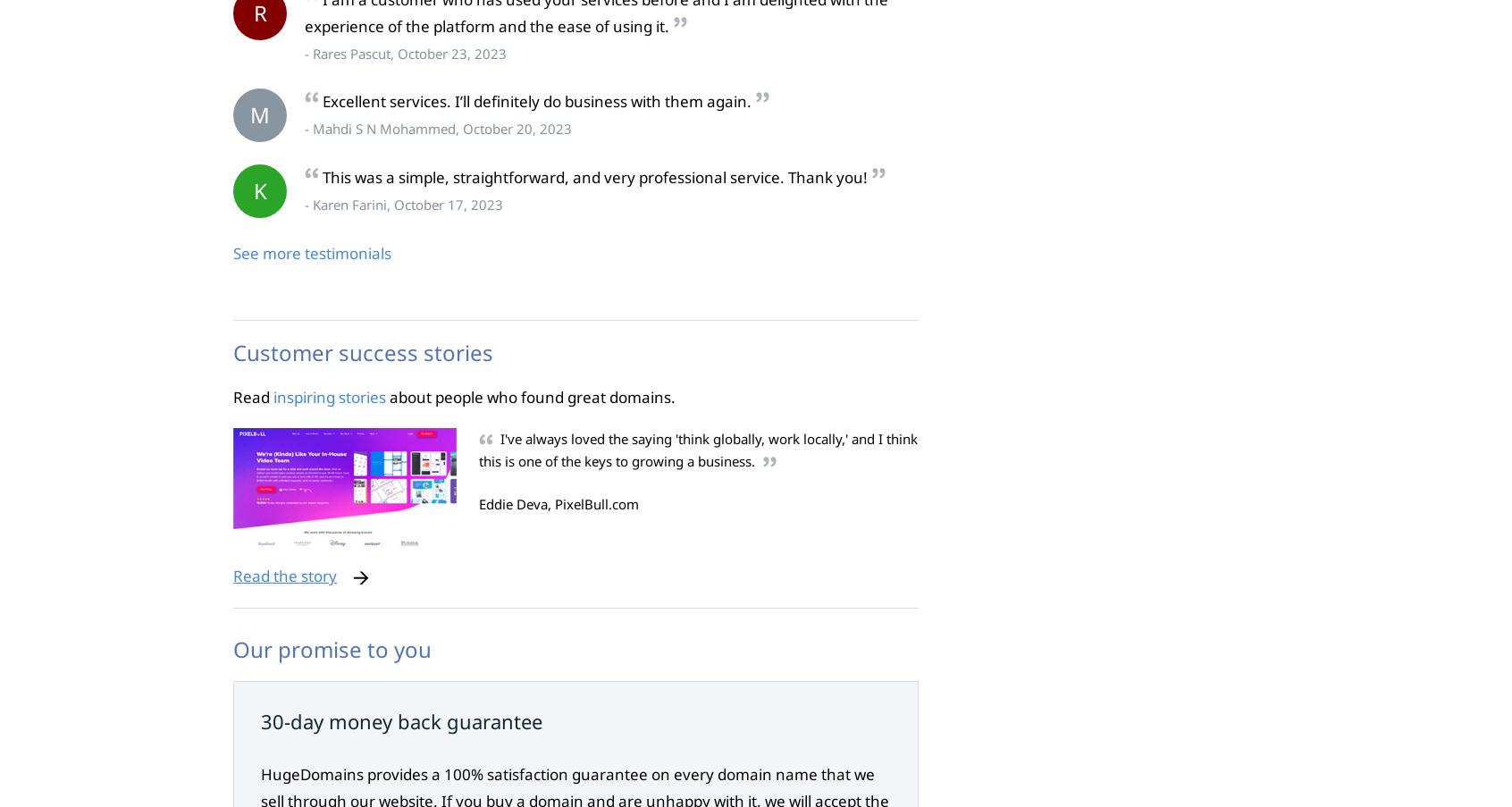  I want to click on 'about people who found great domains.', so click(530, 395).